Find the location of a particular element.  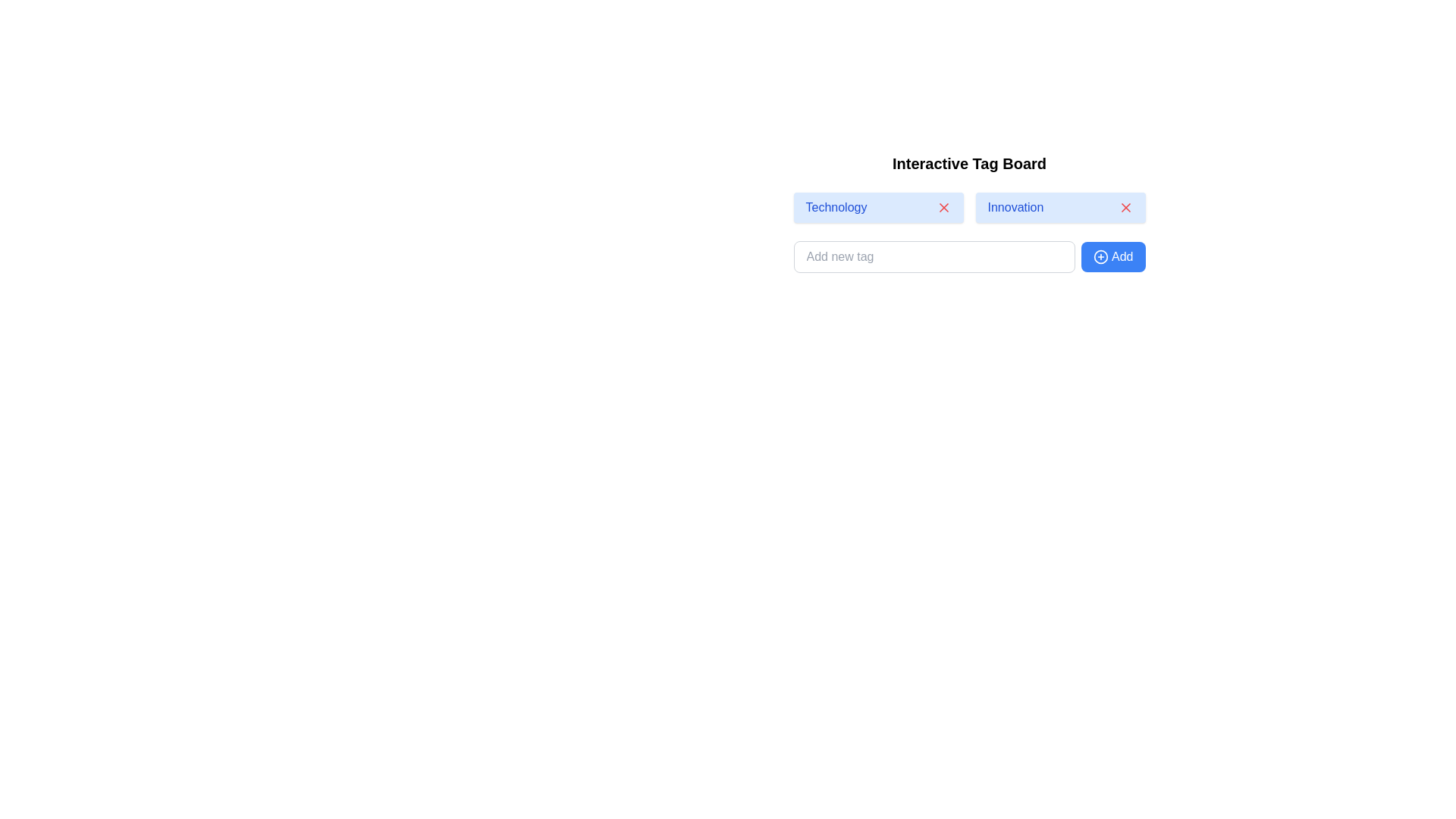

the 'Innovation' tag is located at coordinates (1059, 207).